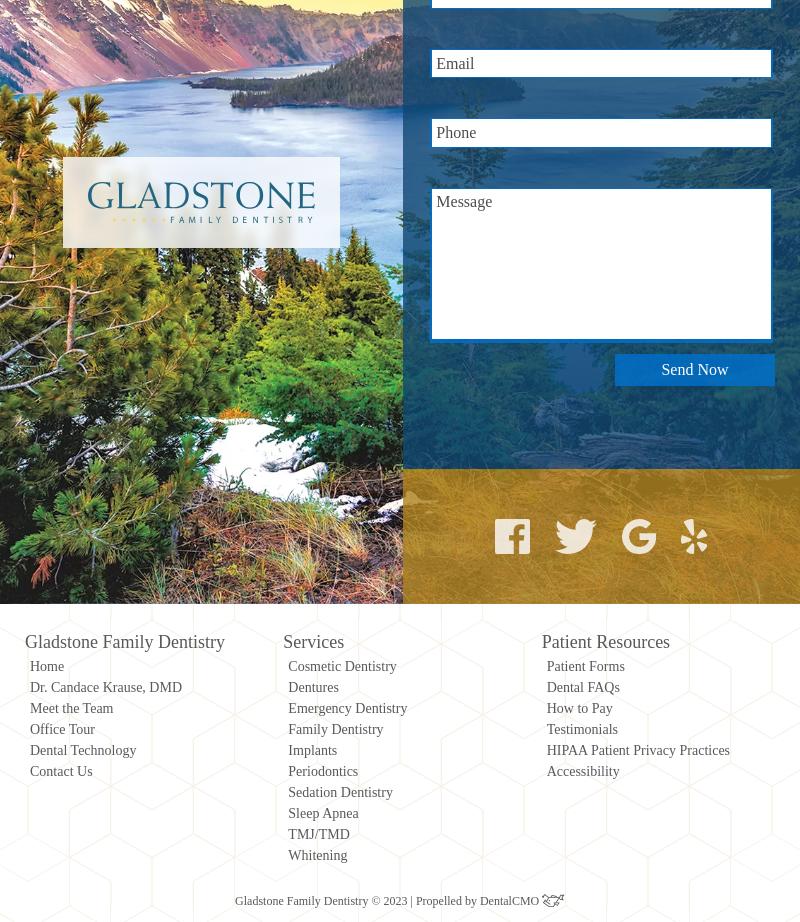  What do you see at coordinates (541, 640) in the screenshot?
I see `'Patient Resources'` at bounding box center [541, 640].